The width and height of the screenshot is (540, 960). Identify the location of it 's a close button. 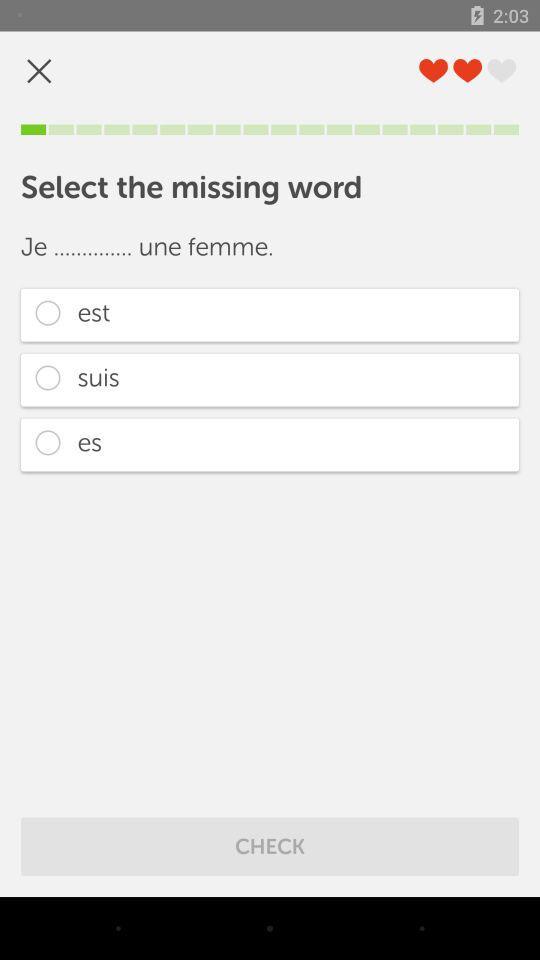
(39, 71).